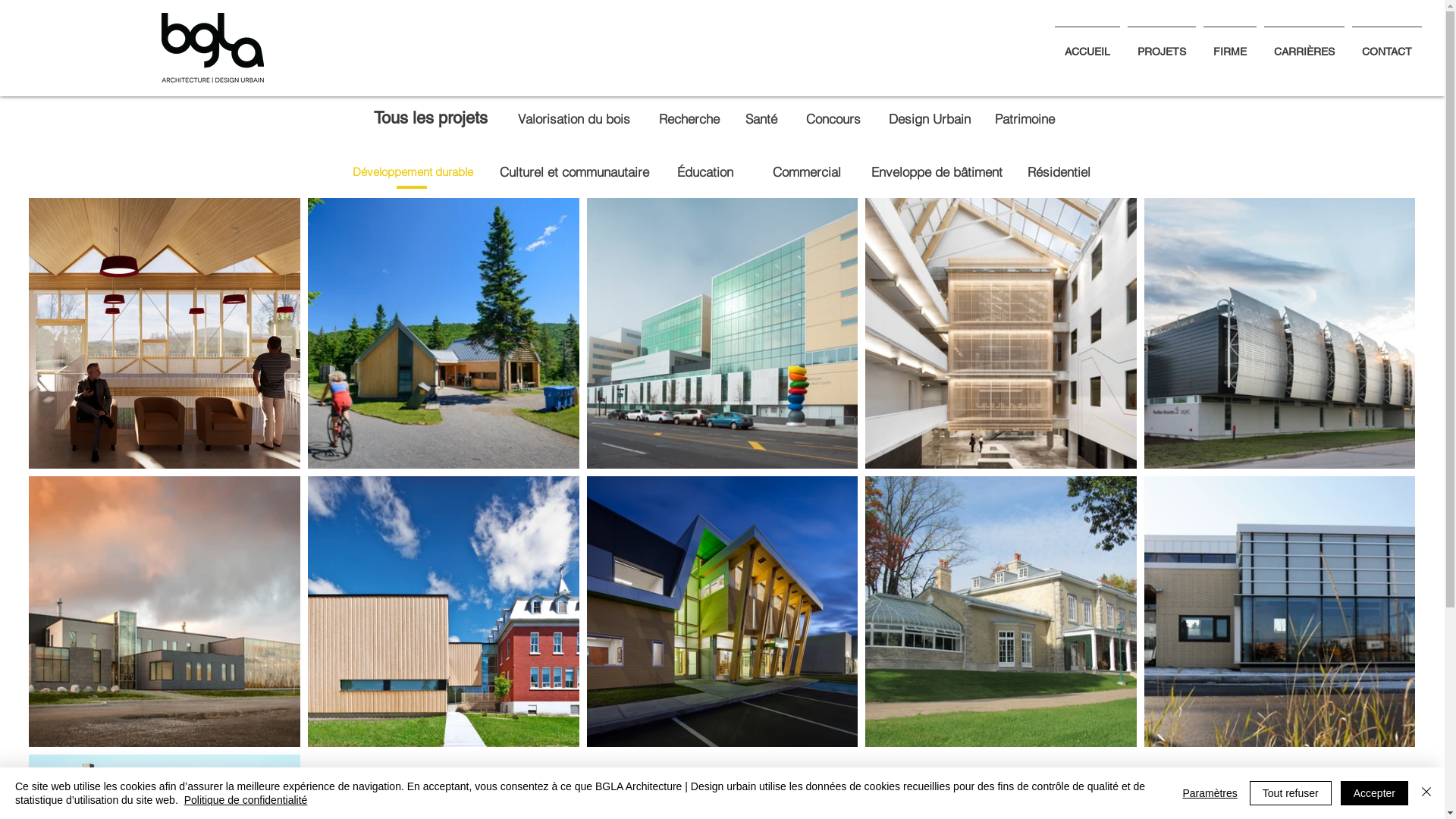 The height and width of the screenshot is (819, 1456). Describe the element at coordinates (928, 118) in the screenshot. I see `'Design Urbain'` at that location.